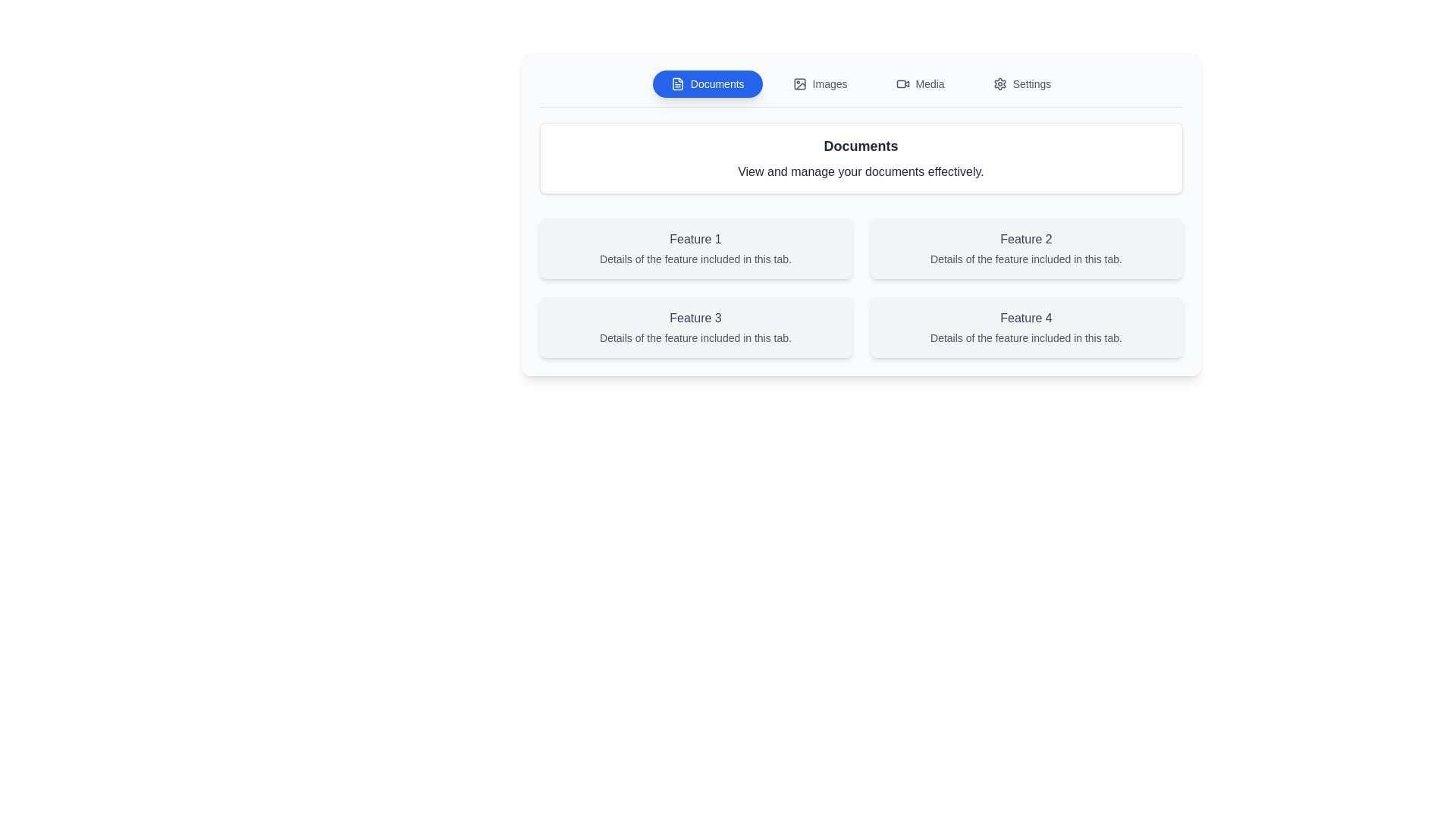  What do you see at coordinates (902, 84) in the screenshot?
I see `the video camera icon in the navigation menu bar` at bounding box center [902, 84].